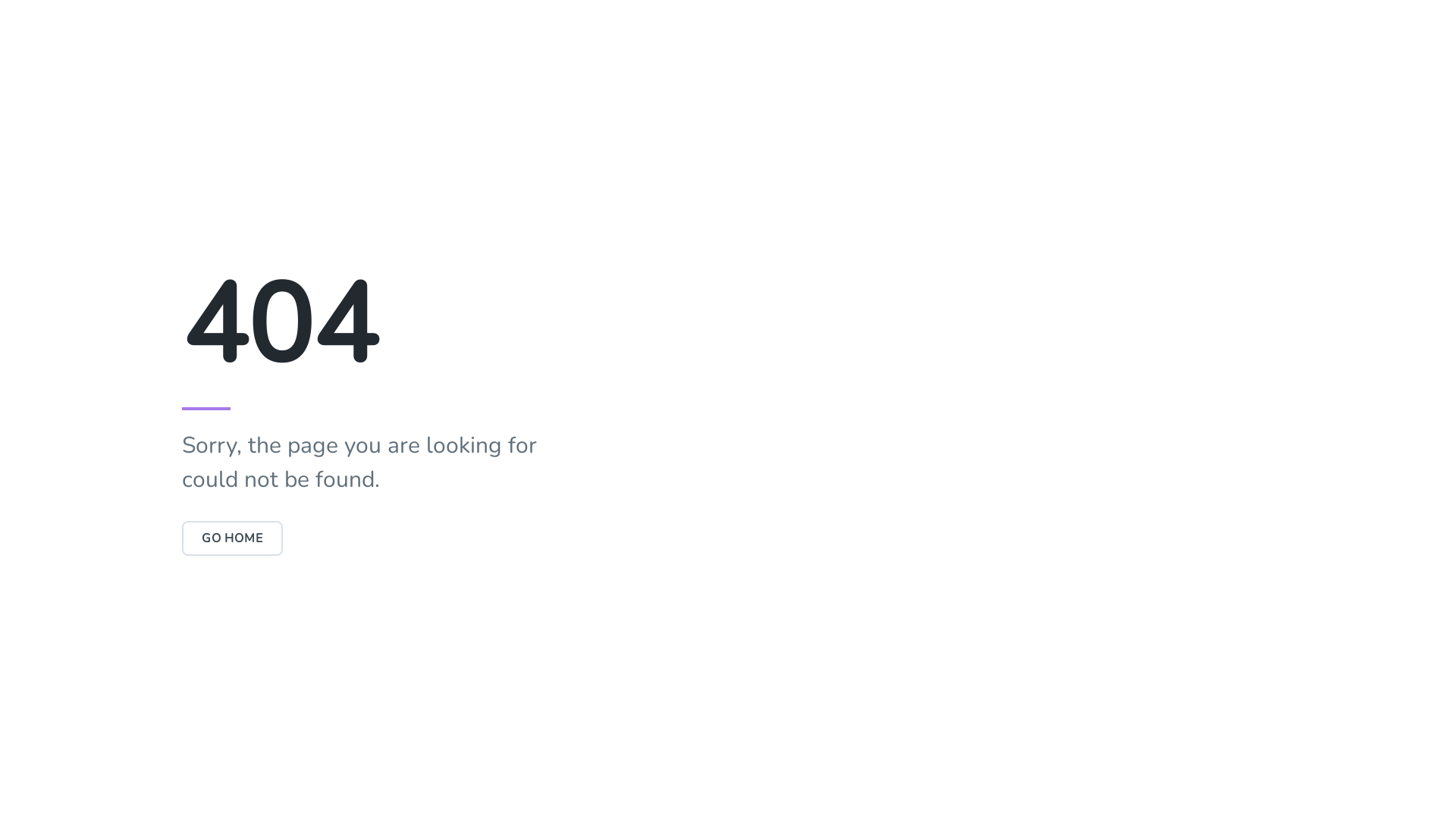 The image size is (1456, 819). I want to click on 'GO HOME', so click(182, 537).